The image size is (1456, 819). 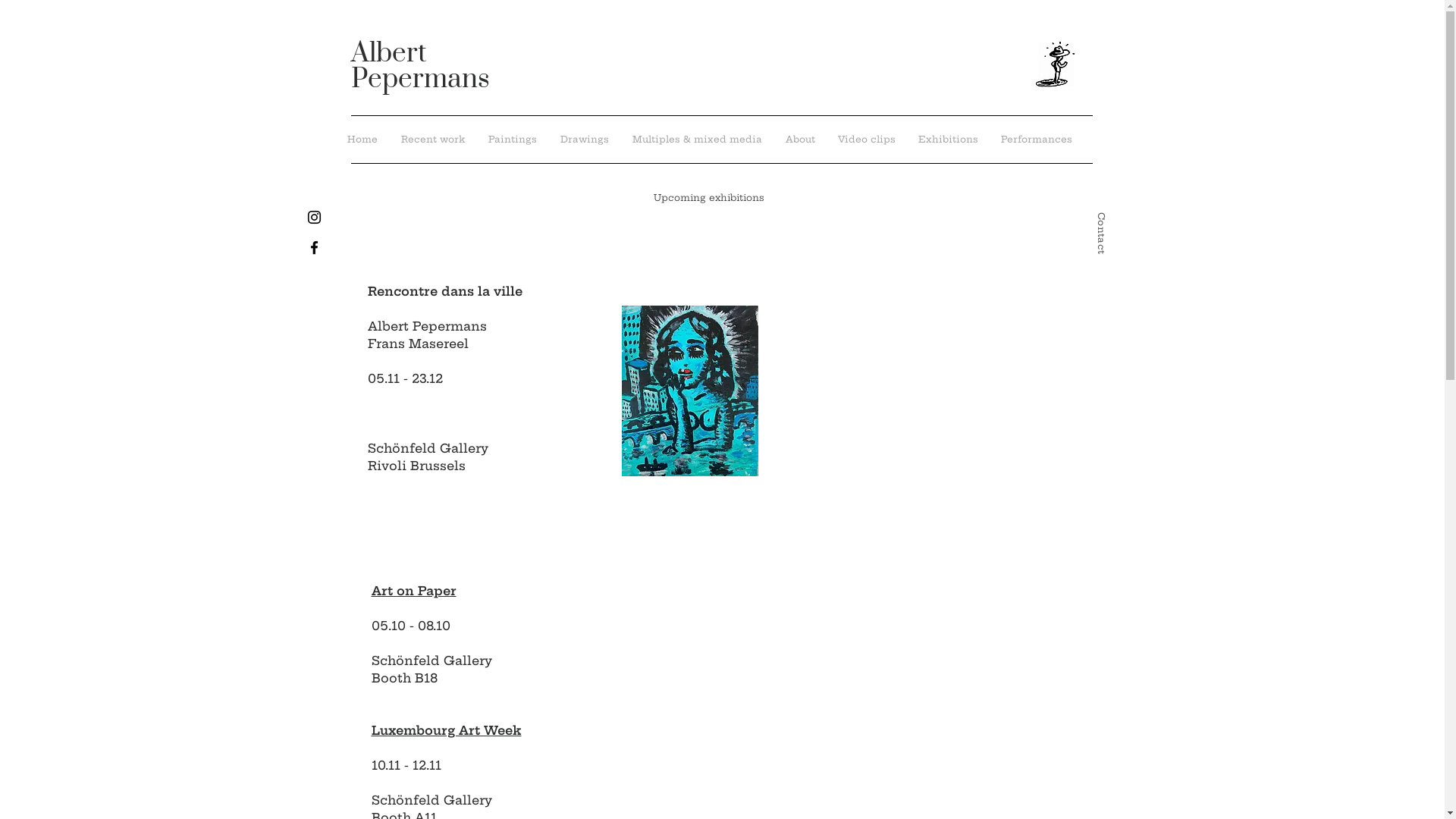 I want to click on 'Contact', so click(x=1095, y=218).